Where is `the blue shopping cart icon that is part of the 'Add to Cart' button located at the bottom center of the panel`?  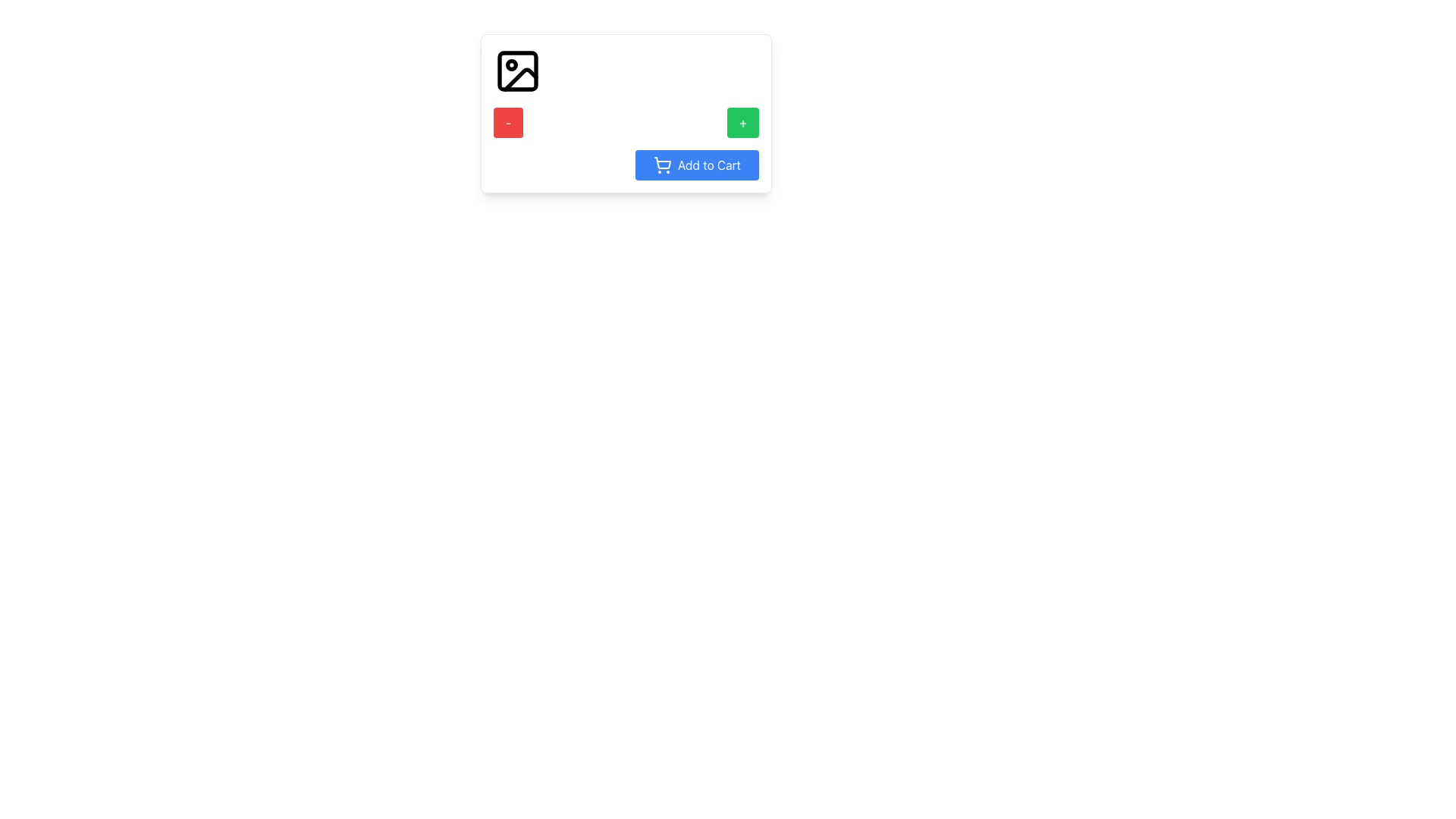 the blue shopping cart icon that is part of the 'Add to Cart' button located at the bottom center of the panel is located at coordinates (662, 163).